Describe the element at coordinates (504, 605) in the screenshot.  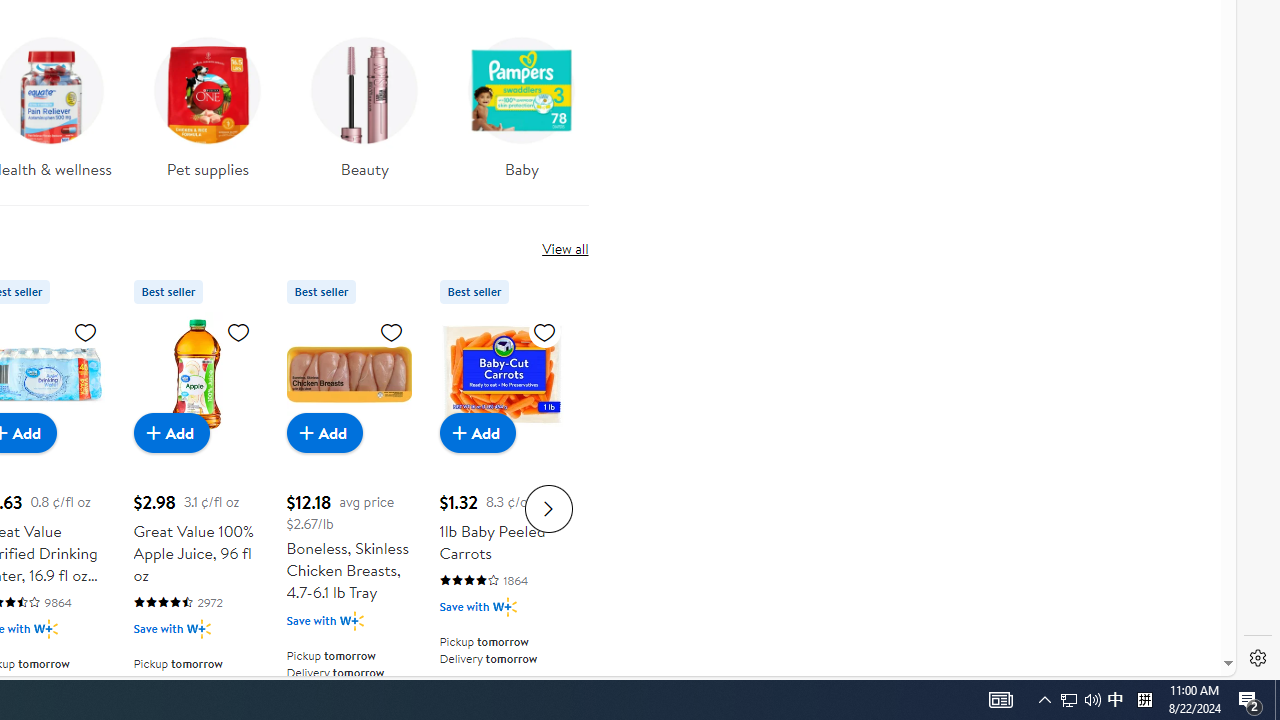
I see `'Walmart Plus'` at that location.